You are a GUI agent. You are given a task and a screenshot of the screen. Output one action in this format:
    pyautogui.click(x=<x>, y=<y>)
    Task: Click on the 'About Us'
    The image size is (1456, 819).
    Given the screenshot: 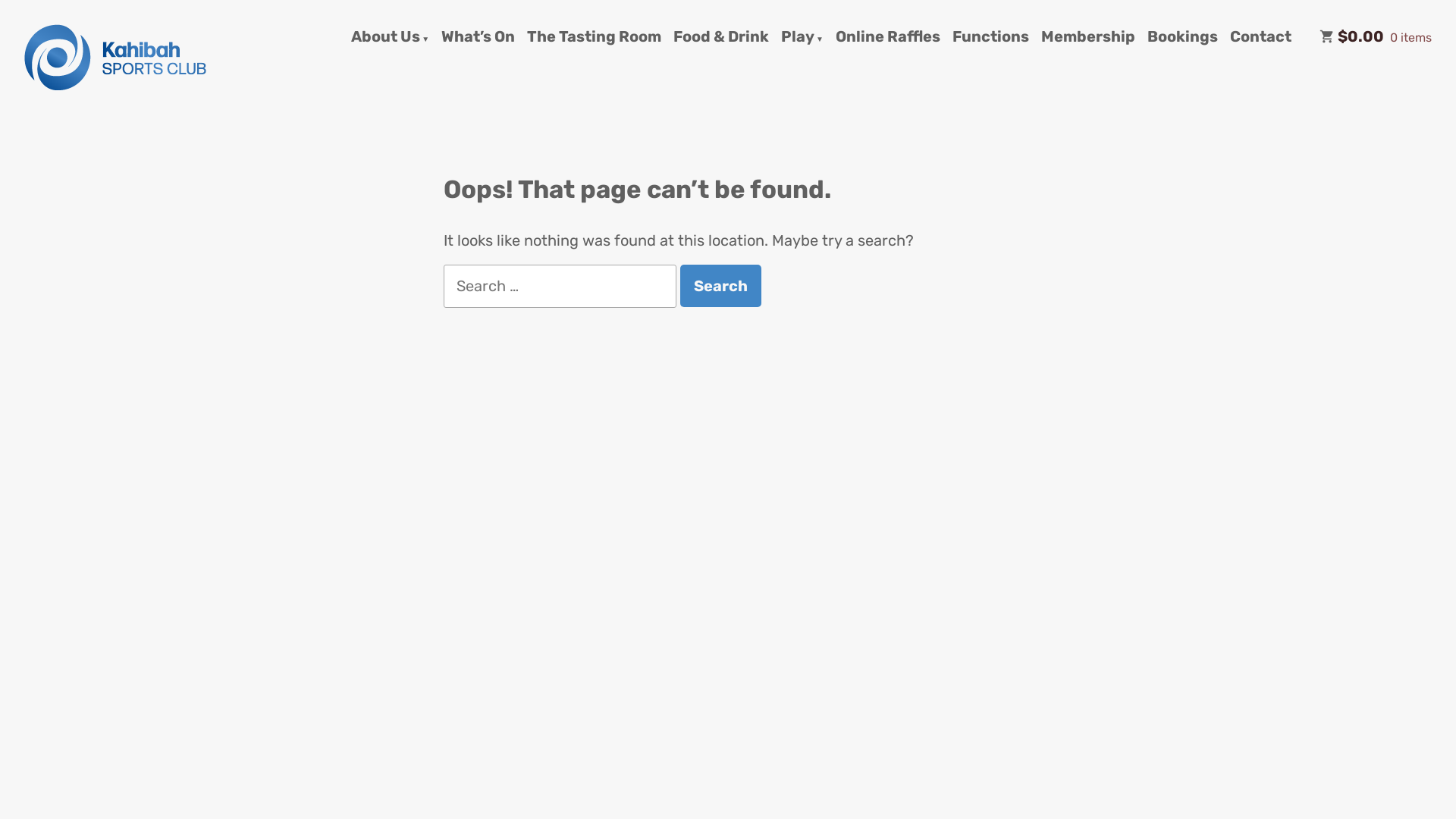 What is the action you would take?
    pyautogui.click(x=390, y=36)
    